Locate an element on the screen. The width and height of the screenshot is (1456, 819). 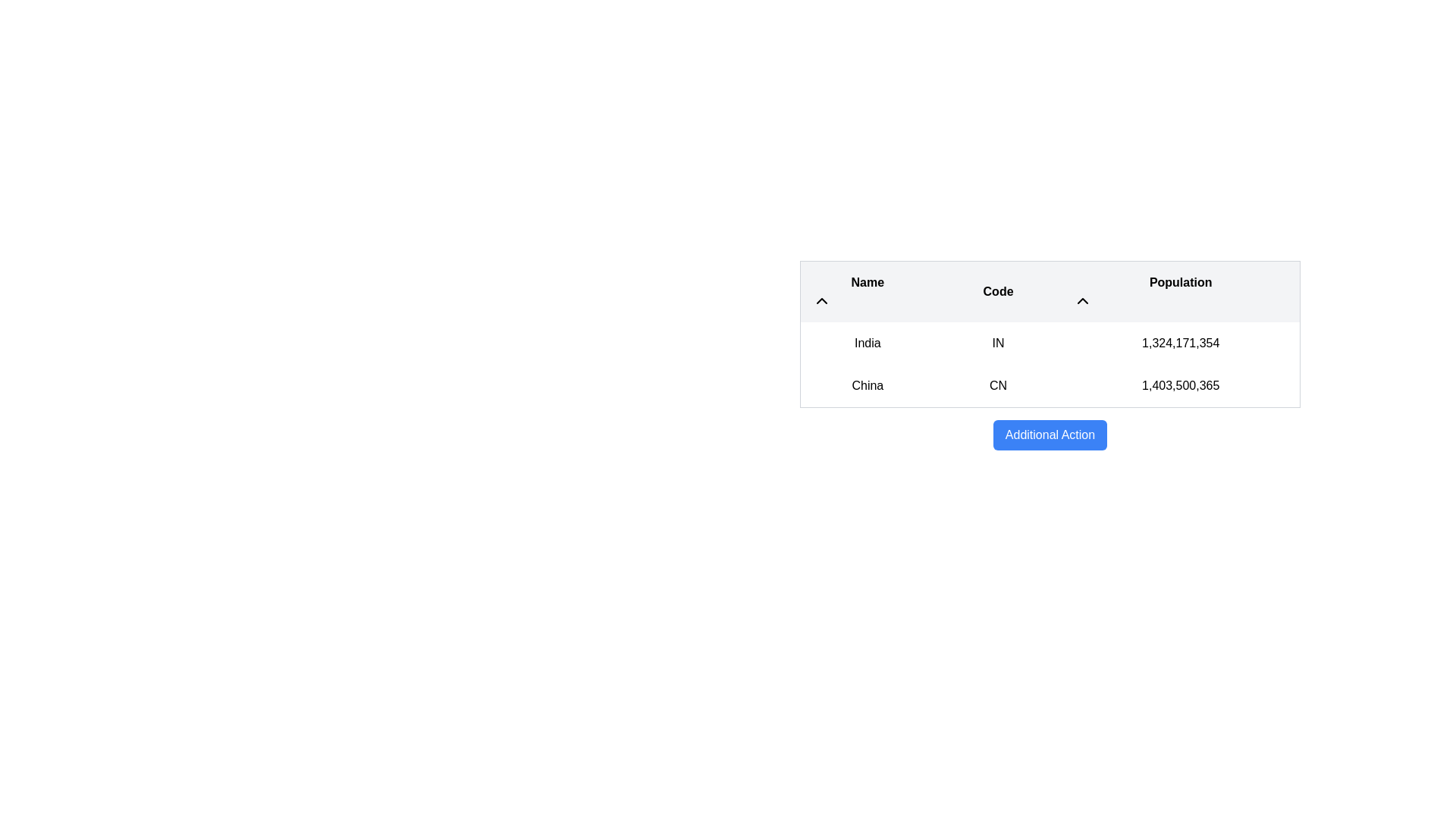
the blue button with white text labeled 'Additional Action' located underneath the population data table is located at coordinates (1050, 435).